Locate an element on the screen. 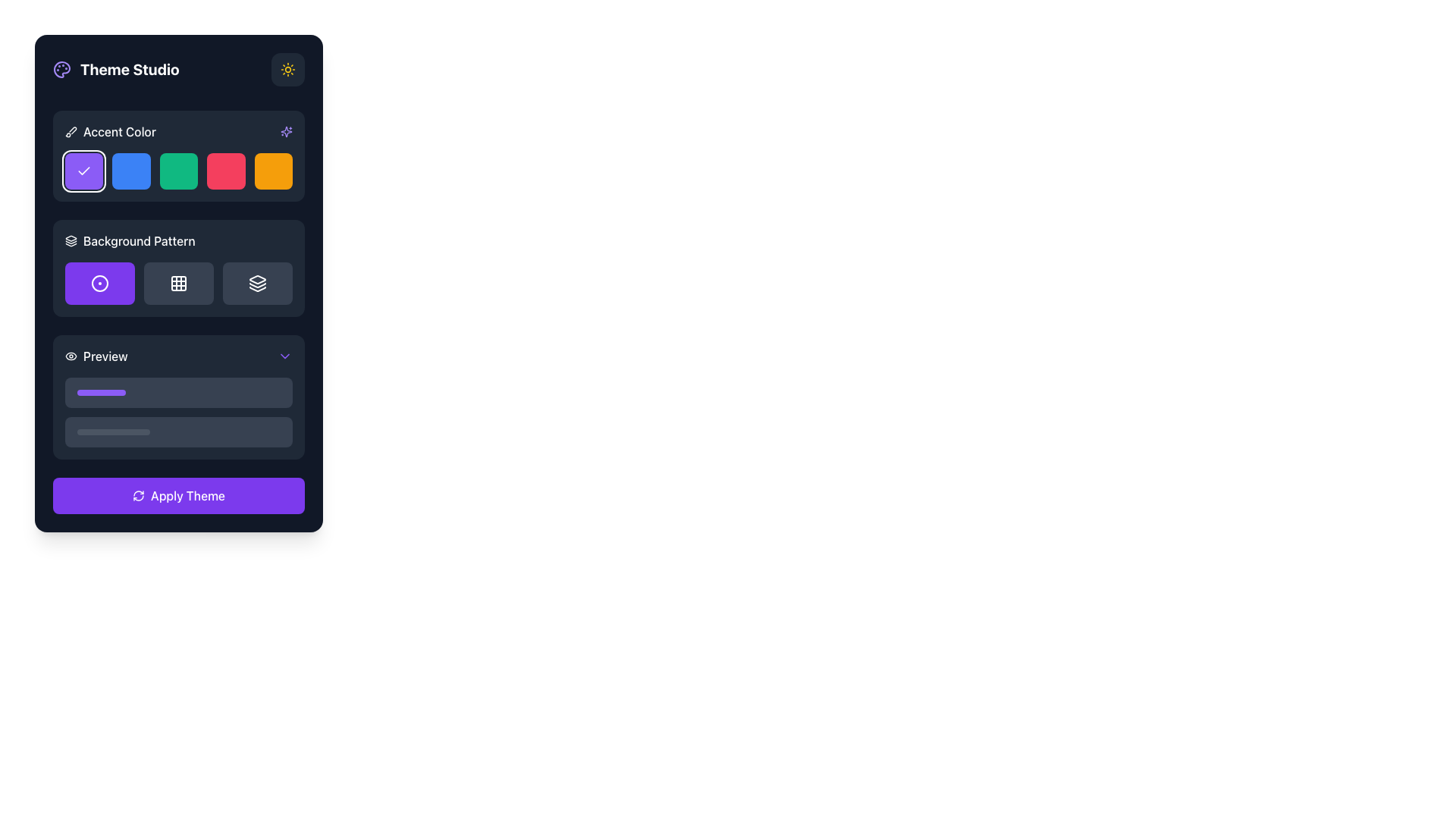 The height and width of the screenshot is (819, 1456). the Decorative progress bar or status indicator located under the 'Preview' section of the interface is located at coordinates (101, 391).